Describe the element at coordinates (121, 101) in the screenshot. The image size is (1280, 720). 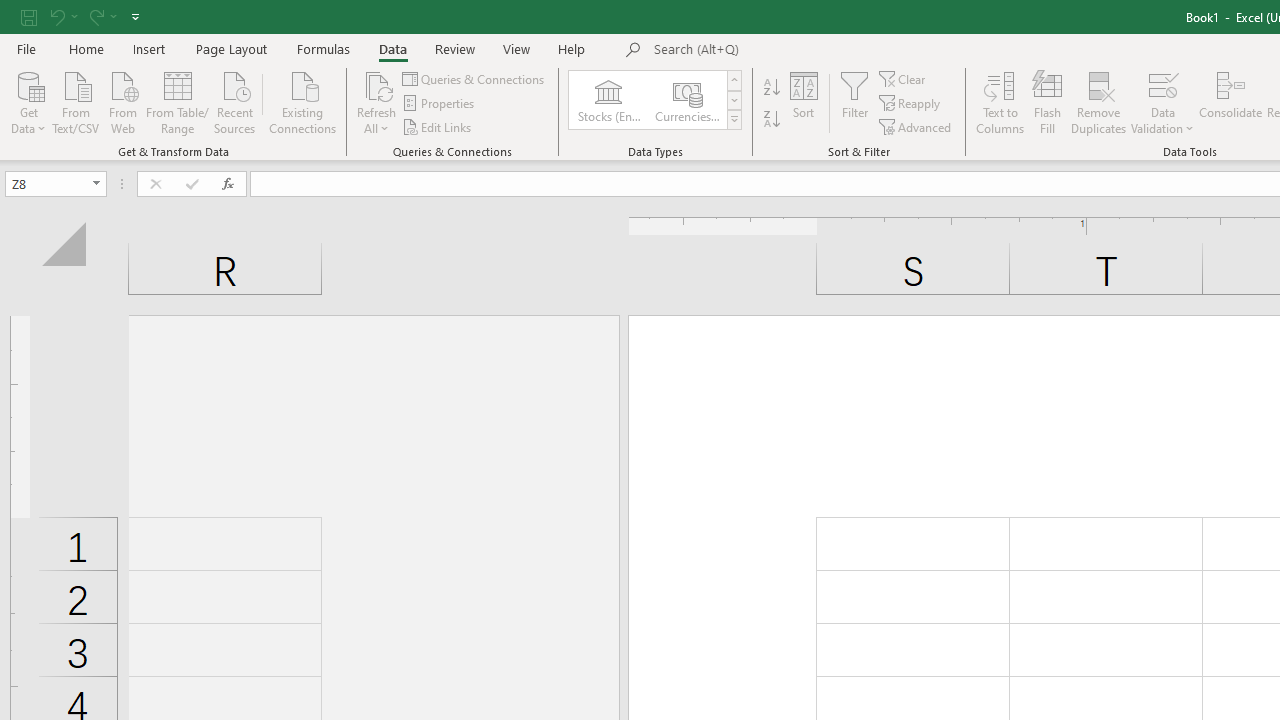
I see `'From Web'` at that location.